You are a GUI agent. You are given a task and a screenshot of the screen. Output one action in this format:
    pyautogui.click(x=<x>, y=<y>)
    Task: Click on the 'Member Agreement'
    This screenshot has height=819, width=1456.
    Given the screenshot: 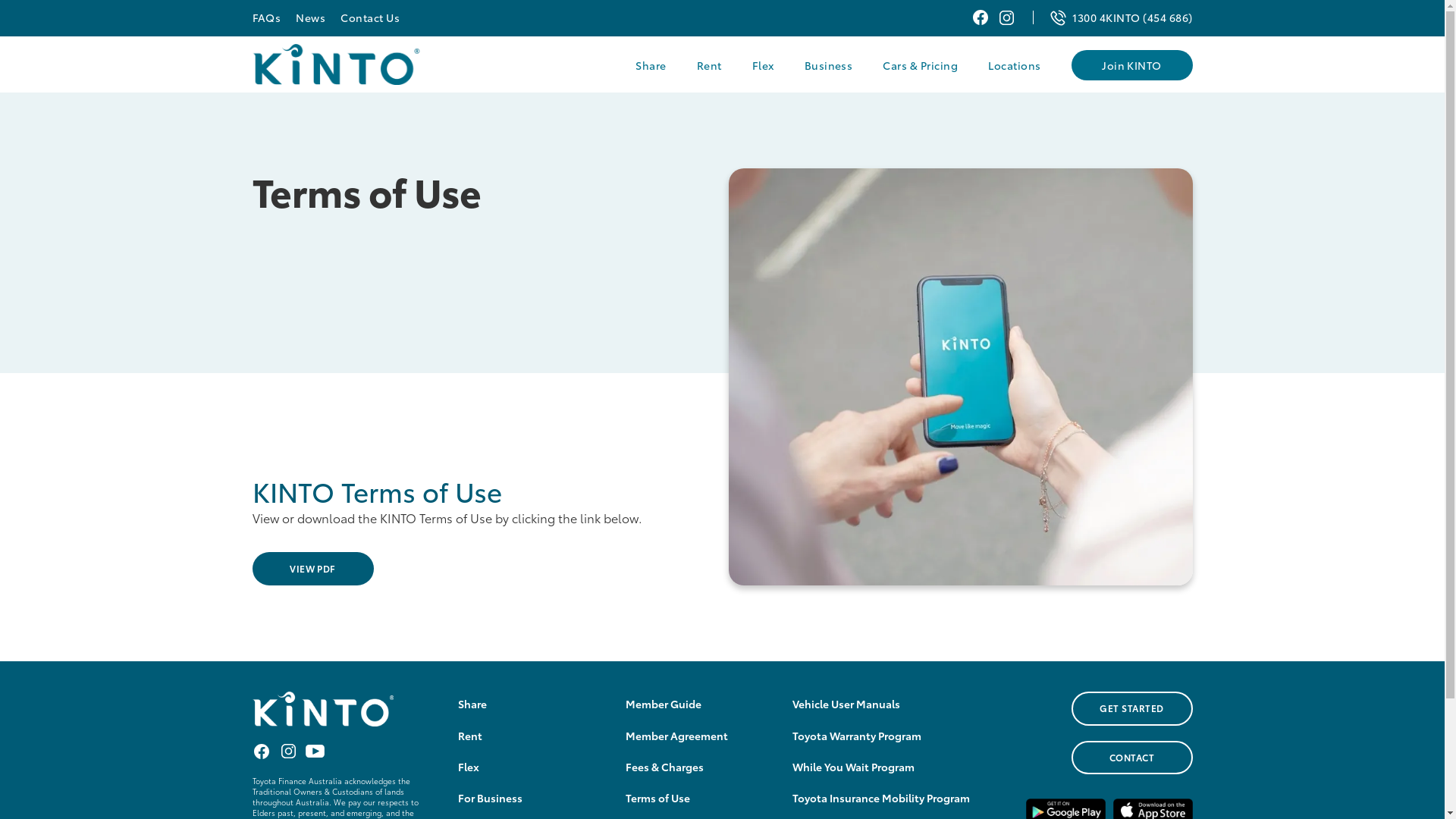 What is the action you would take?
    pyautogui.click(x=626, y=734)
    